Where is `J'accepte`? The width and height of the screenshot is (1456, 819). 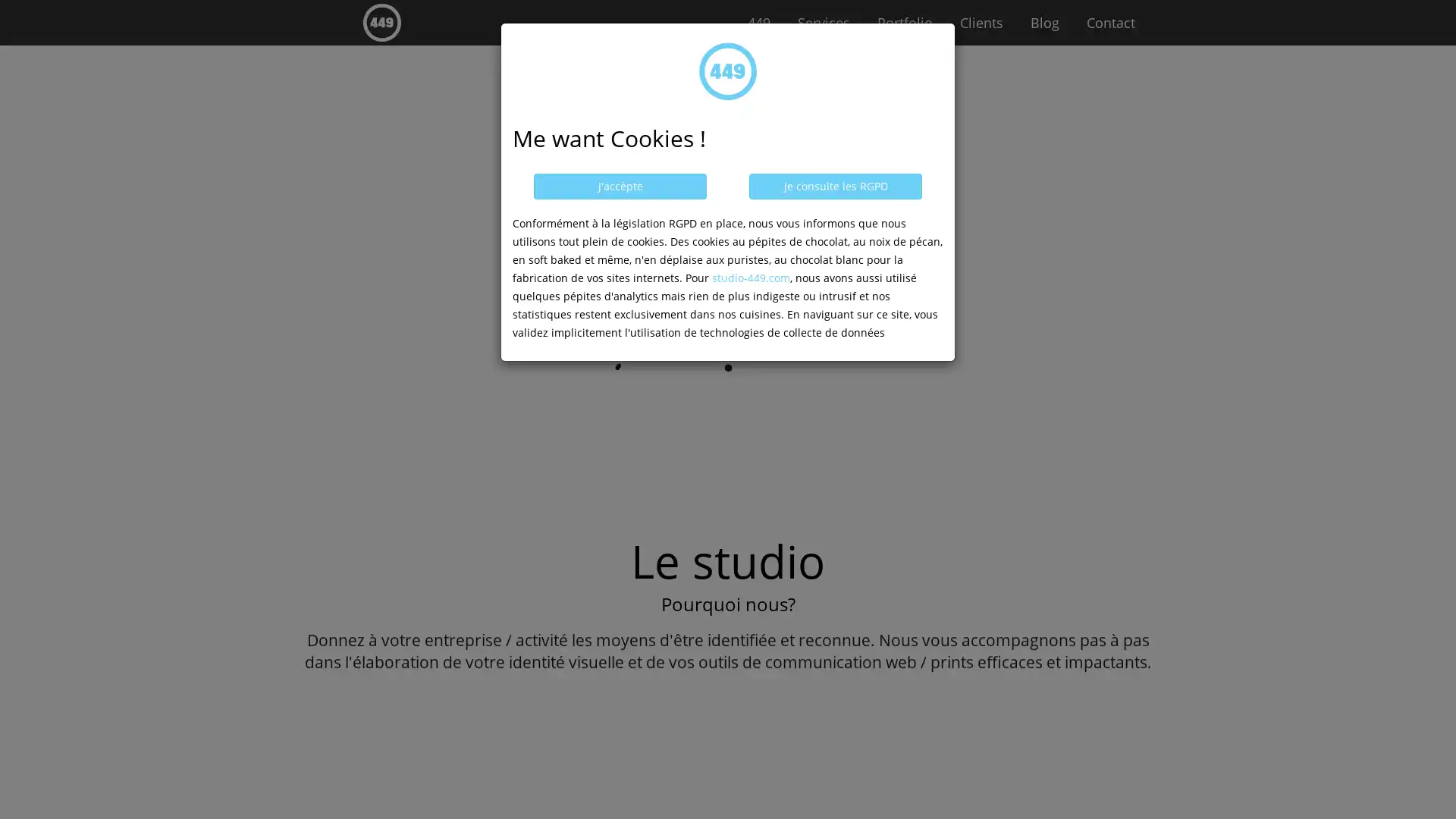 J'accepte is located at coordinates (620, 186).